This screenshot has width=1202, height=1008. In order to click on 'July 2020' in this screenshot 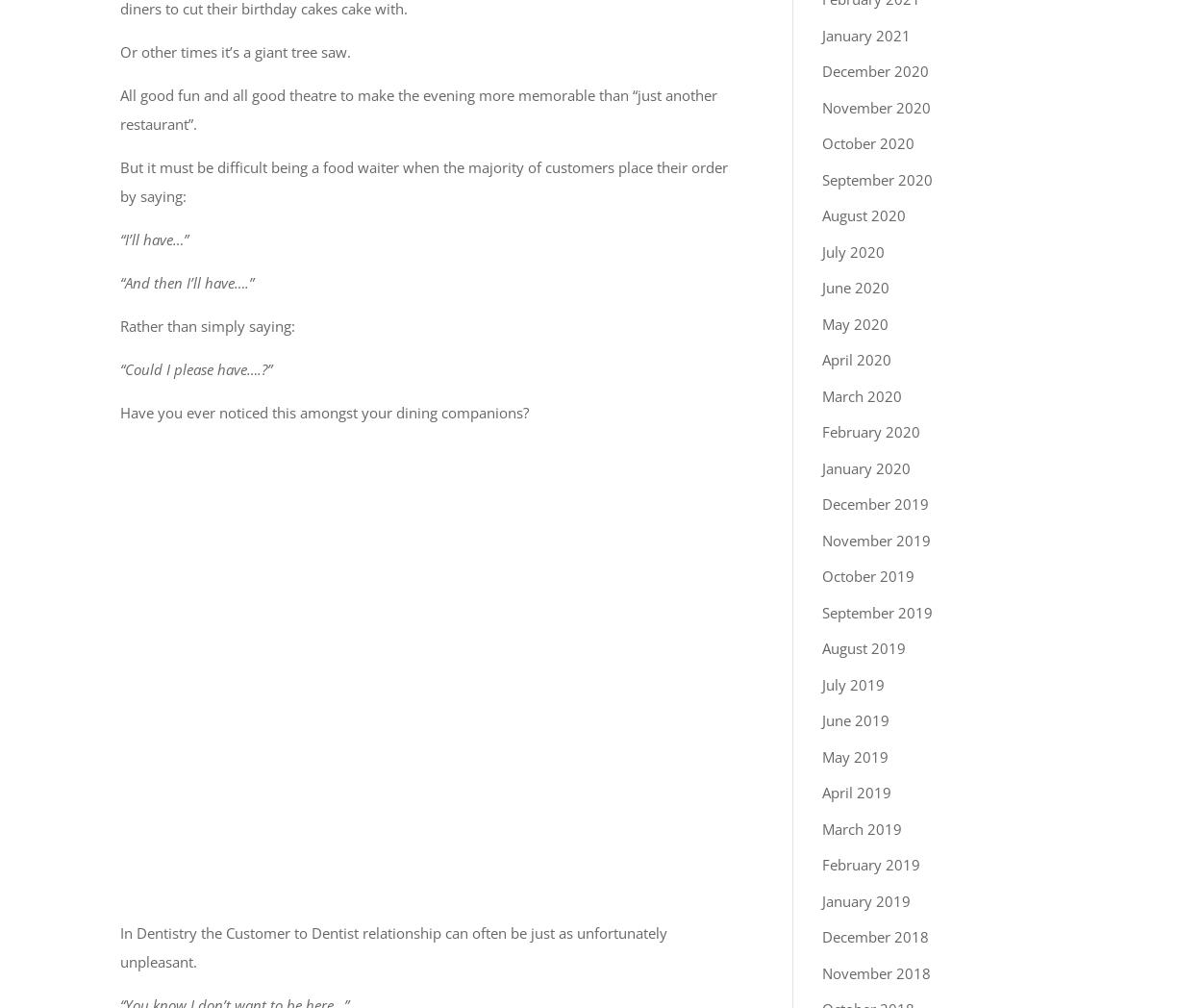, I will do `click(821, 250)`.